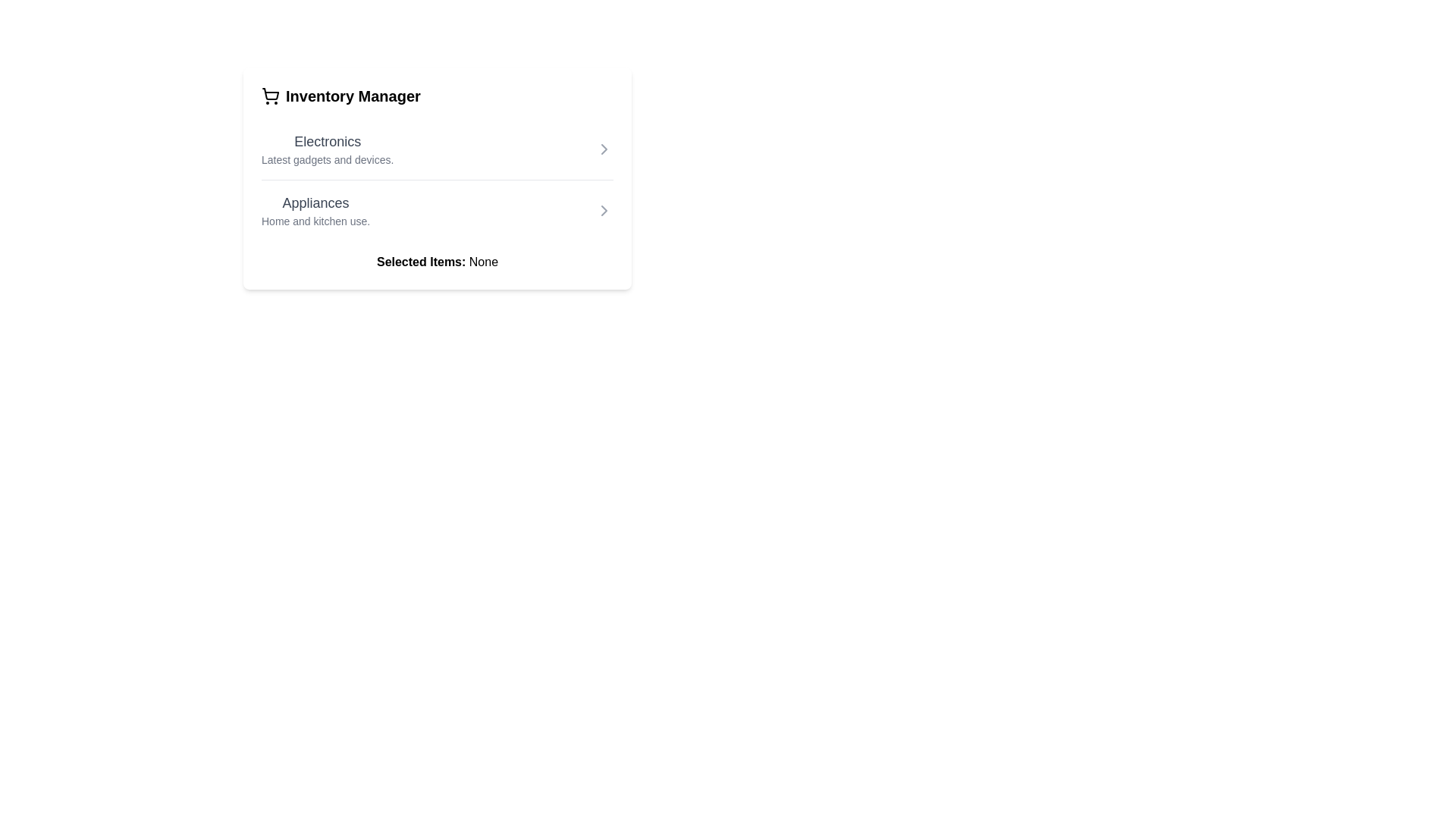 The width and height of the screenshot is (1456, 819). I want to click on the chevron icon located at the right edge of the 'Electronics' section, so click(603, 149).